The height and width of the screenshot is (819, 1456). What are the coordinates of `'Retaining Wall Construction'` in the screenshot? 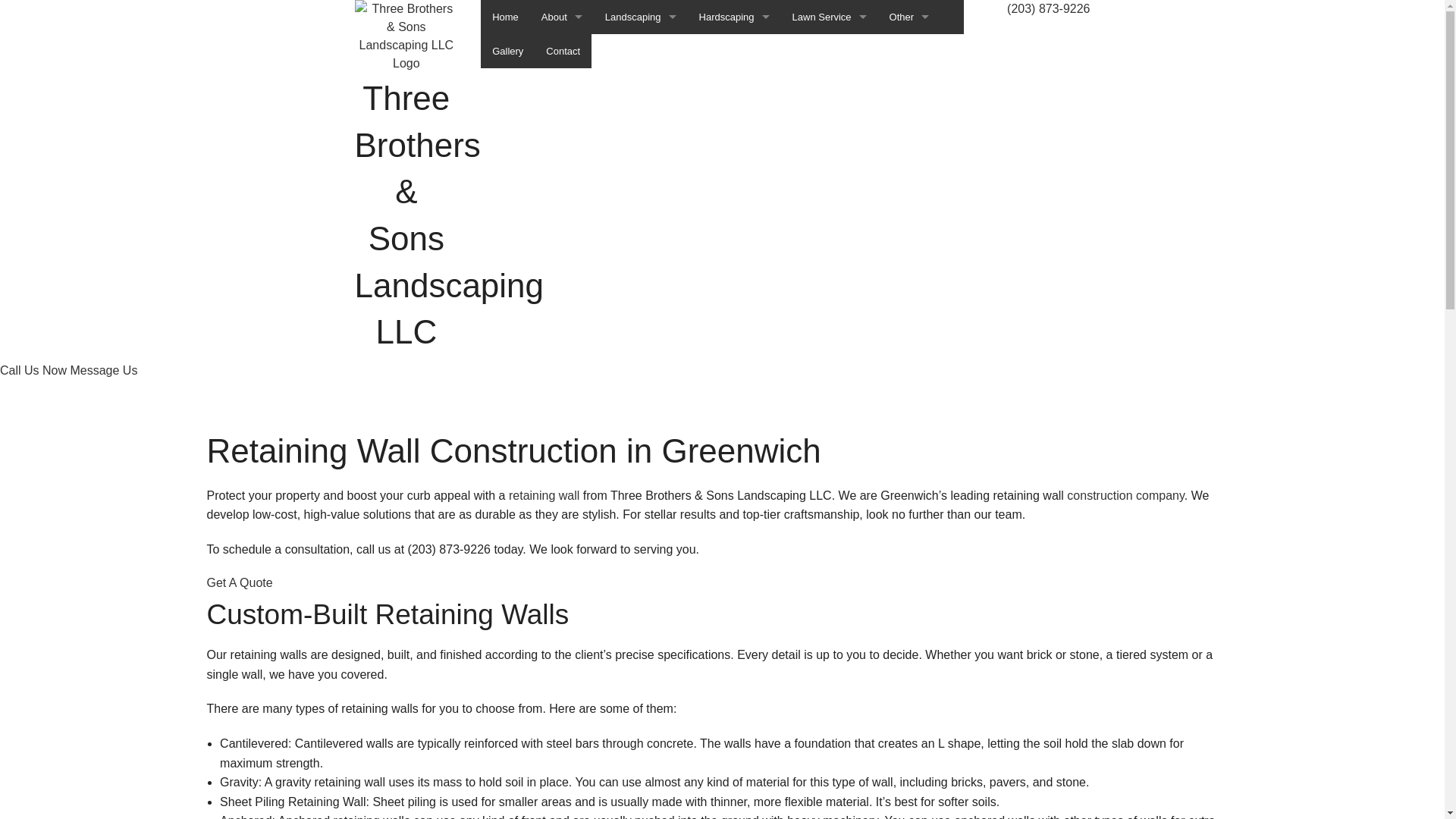 It's located at (734, 187).